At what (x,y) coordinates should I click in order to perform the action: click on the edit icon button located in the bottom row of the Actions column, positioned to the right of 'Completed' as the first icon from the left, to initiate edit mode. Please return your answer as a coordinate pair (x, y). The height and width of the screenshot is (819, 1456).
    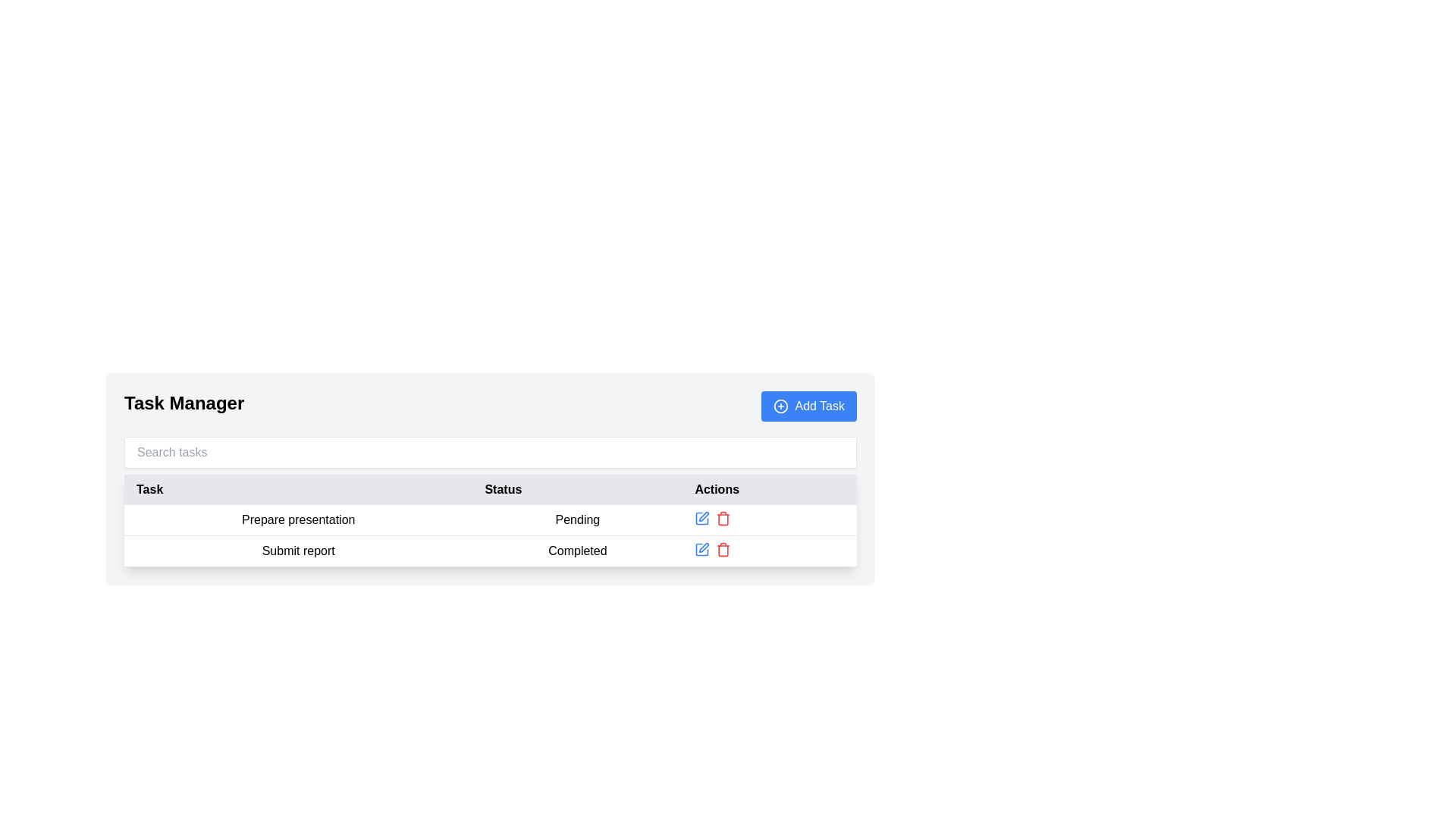
    Looking at the image, I should click on (703, 548).